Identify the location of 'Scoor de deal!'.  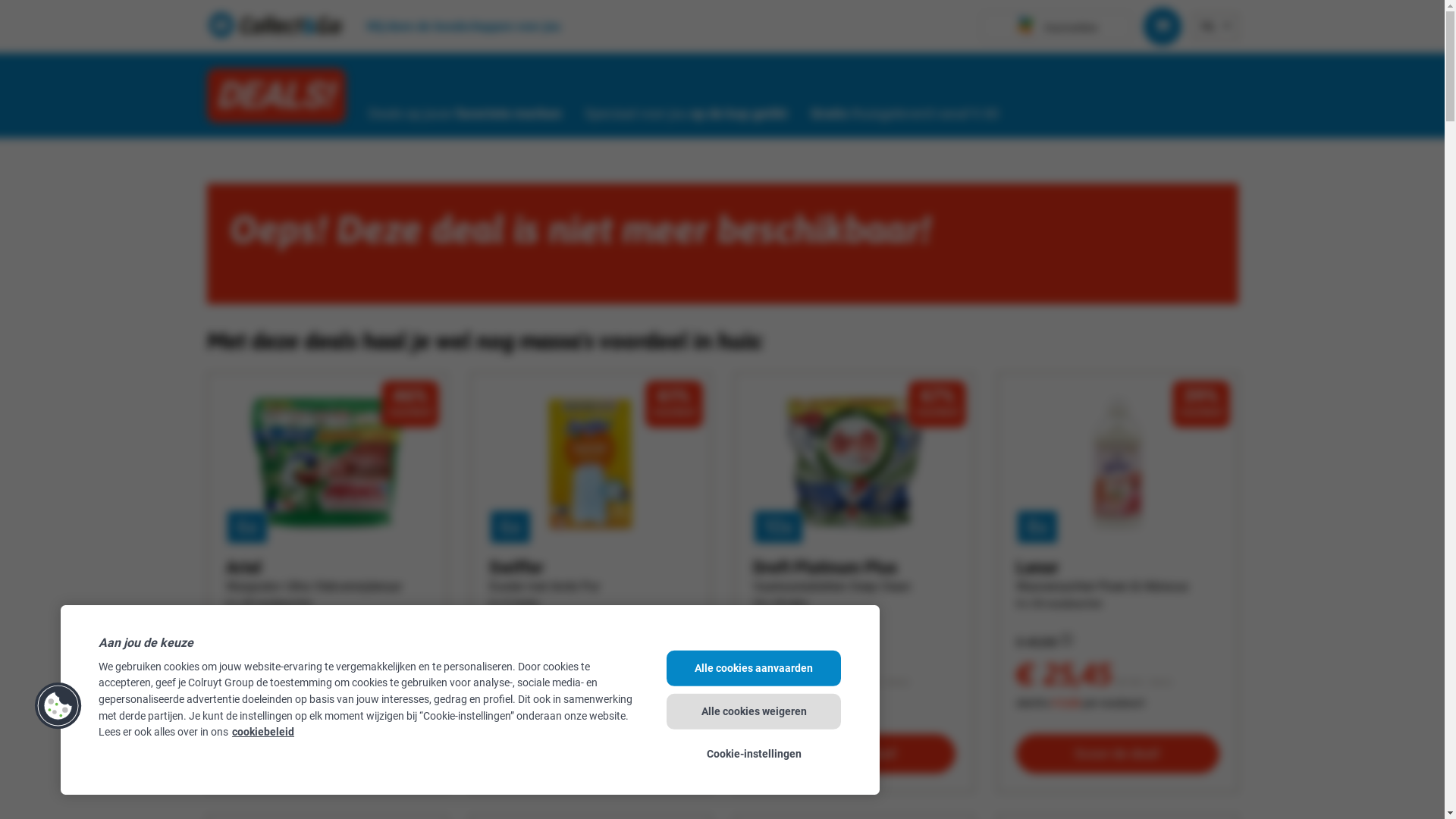
(854, 754).